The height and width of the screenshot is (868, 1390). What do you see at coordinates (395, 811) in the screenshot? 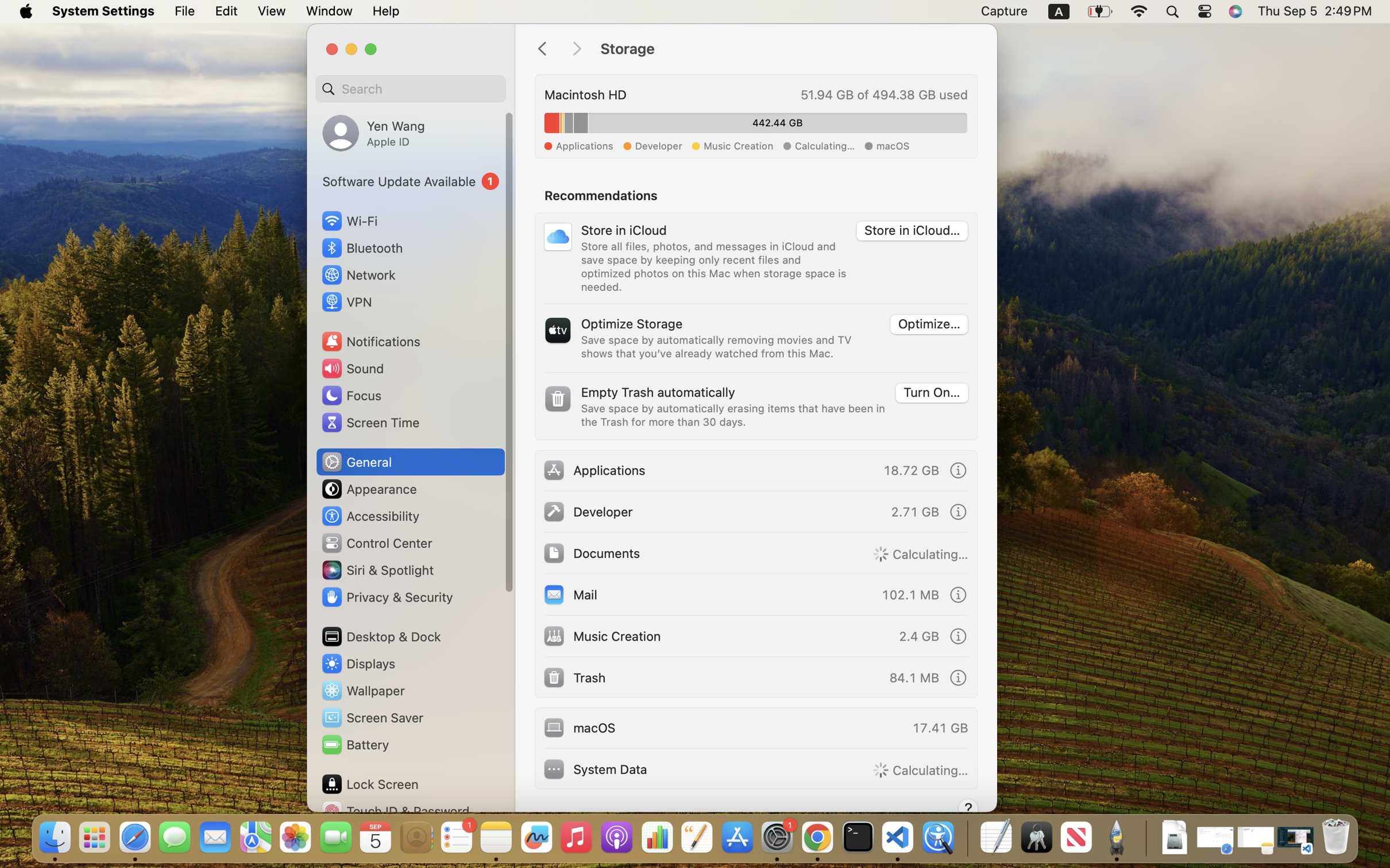
I see `'Touch ID & Password'` at bounding box center [395, 811].